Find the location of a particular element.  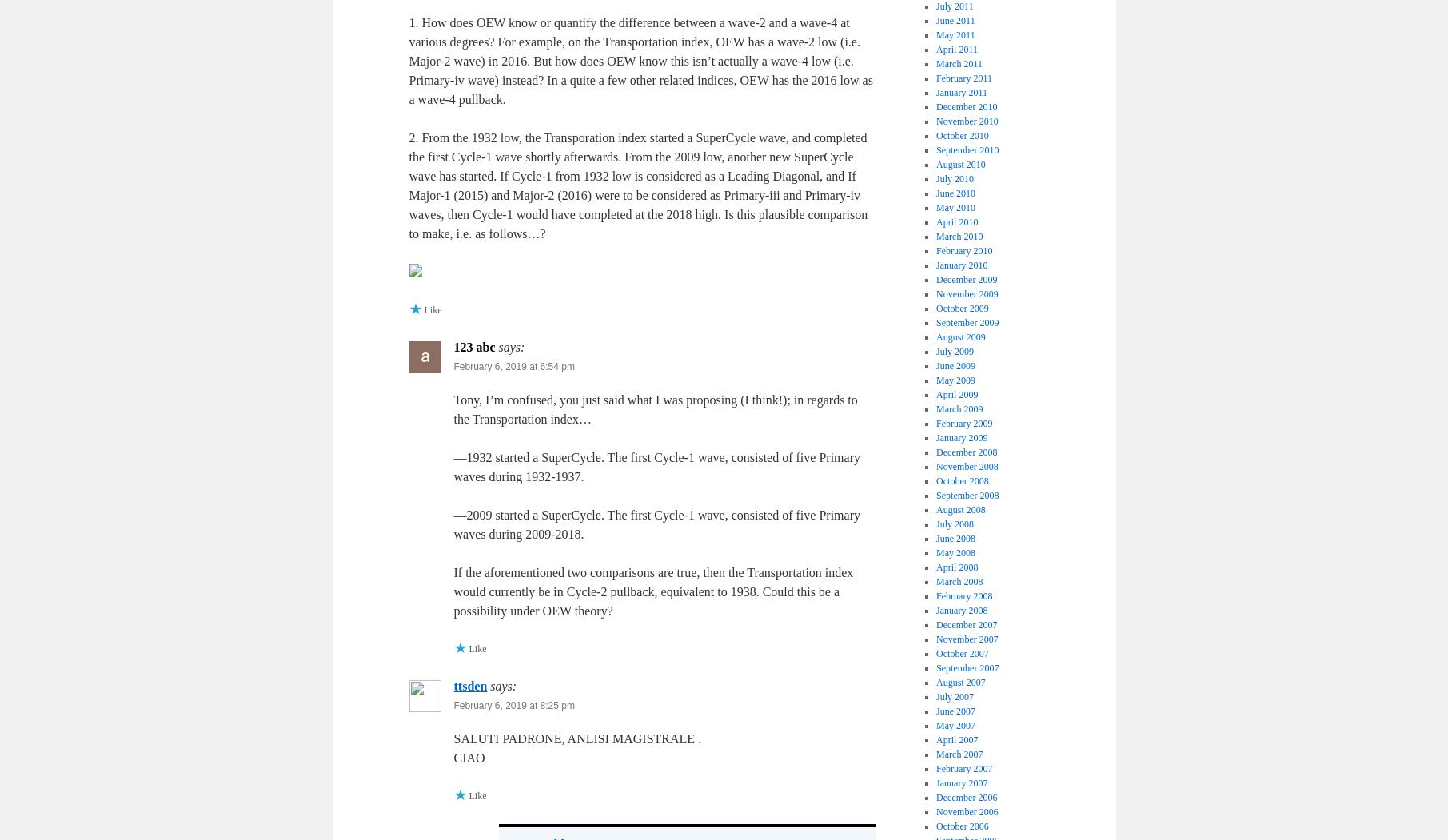

'June 2007' is located at coordinates (955, 710).